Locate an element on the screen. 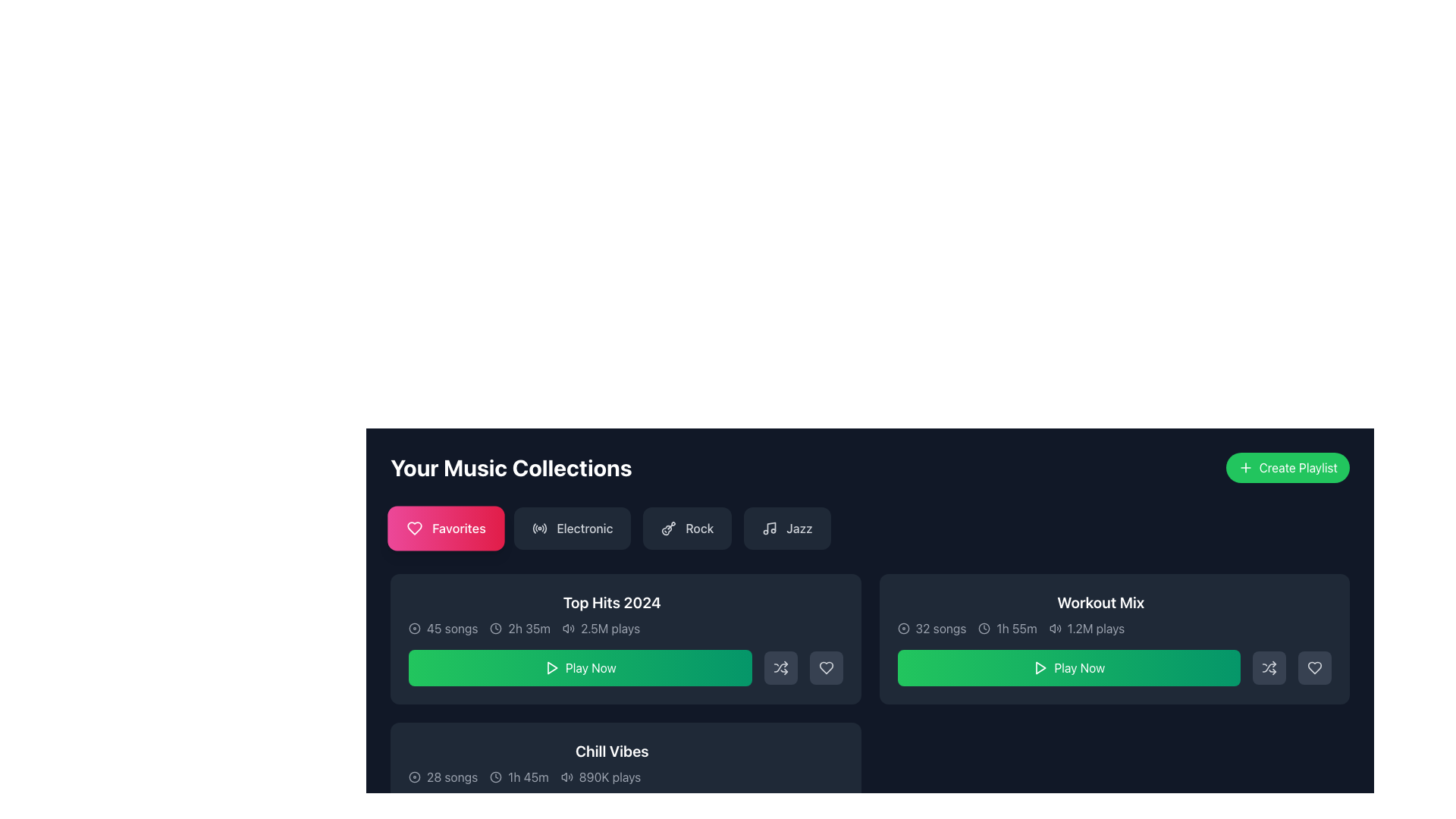 This screenshot has height=819, width=1456. the first button in the row below the 'Top Hits 2024' section to initiate playback of the music collection is located at coordinates (579, 667).